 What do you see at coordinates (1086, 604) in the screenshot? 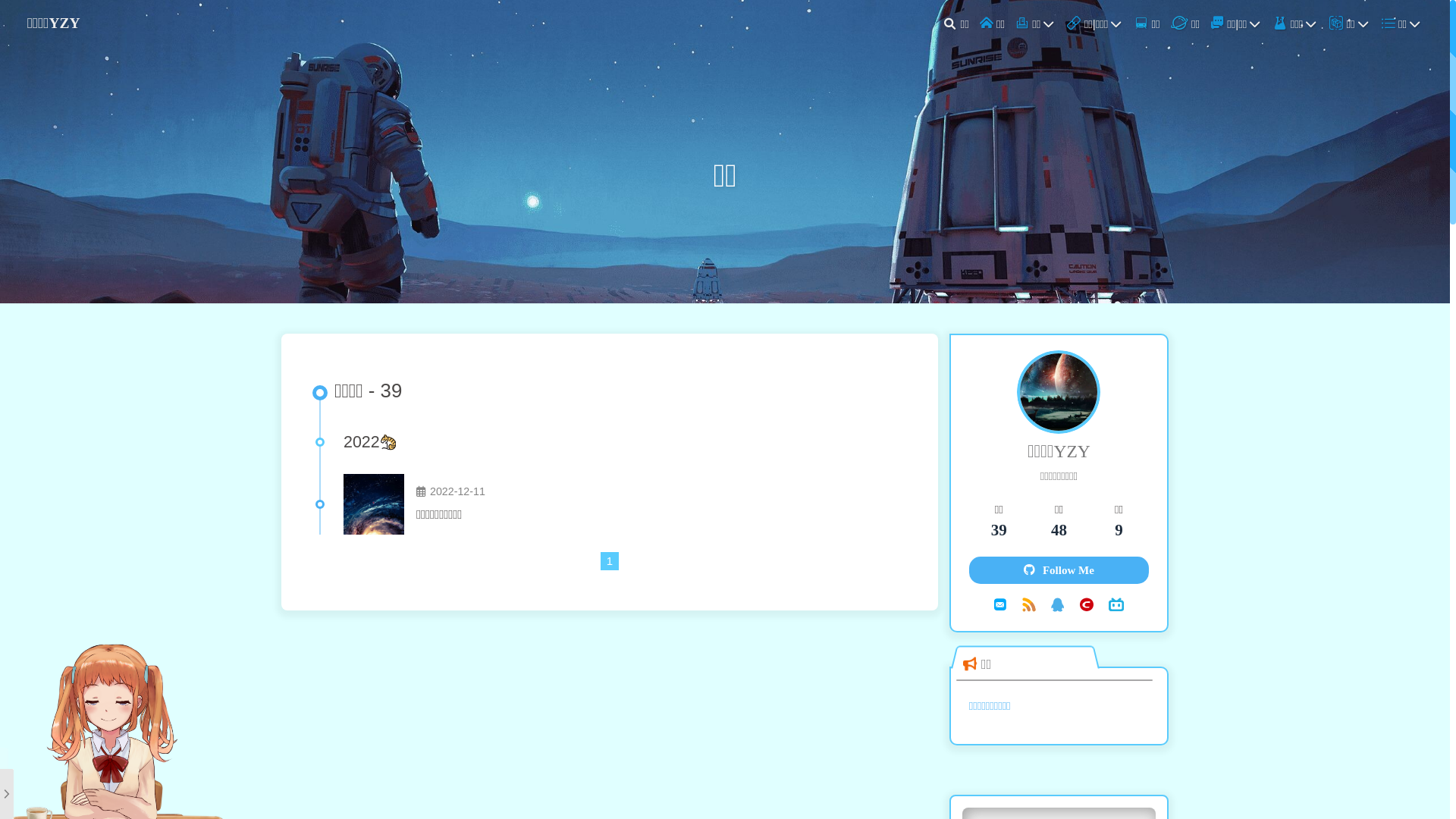
I see `'CSDN'` at bounding box center [1086, 604].